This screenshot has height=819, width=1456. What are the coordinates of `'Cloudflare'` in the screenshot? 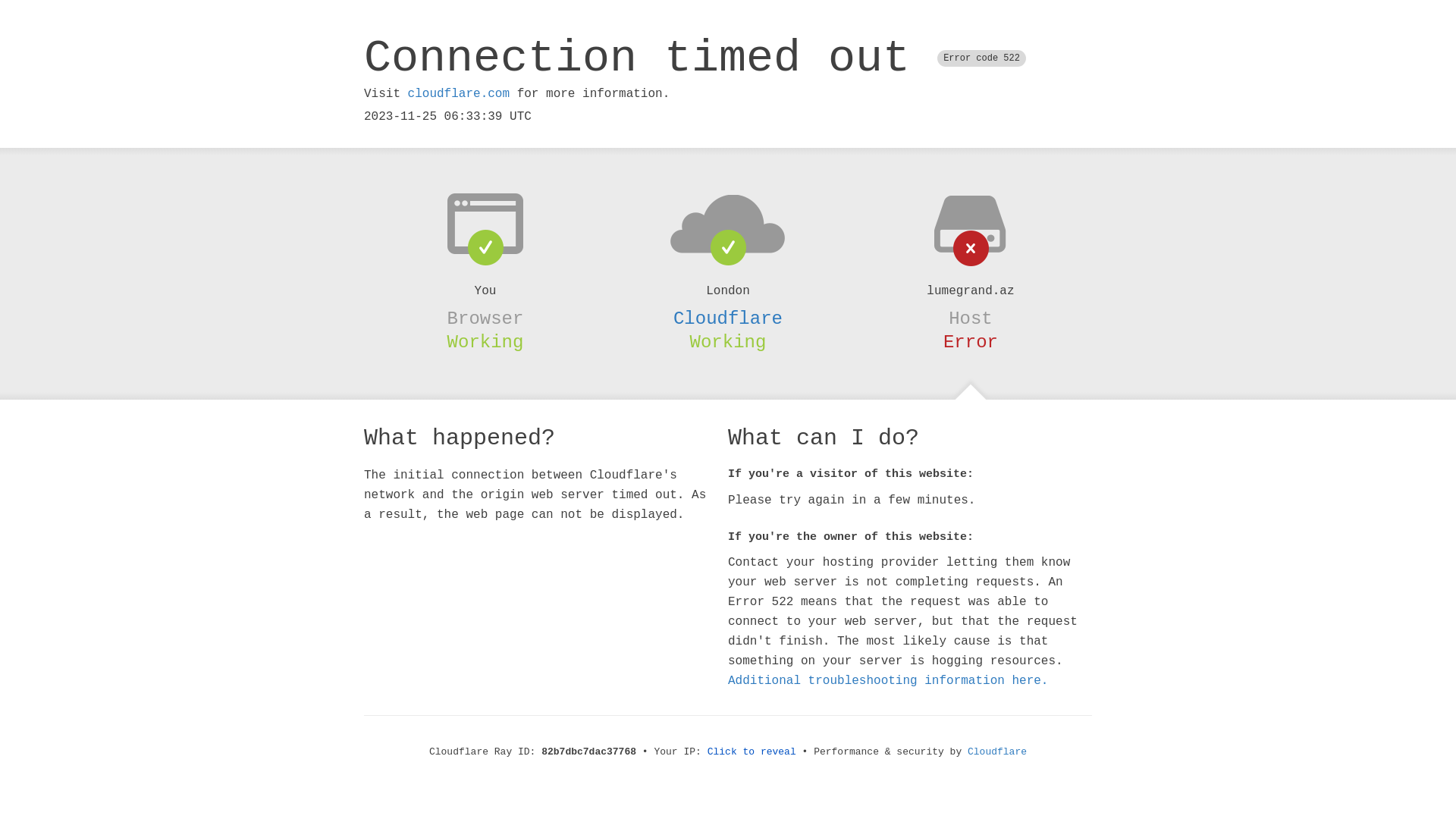 It's located at (997, 752).